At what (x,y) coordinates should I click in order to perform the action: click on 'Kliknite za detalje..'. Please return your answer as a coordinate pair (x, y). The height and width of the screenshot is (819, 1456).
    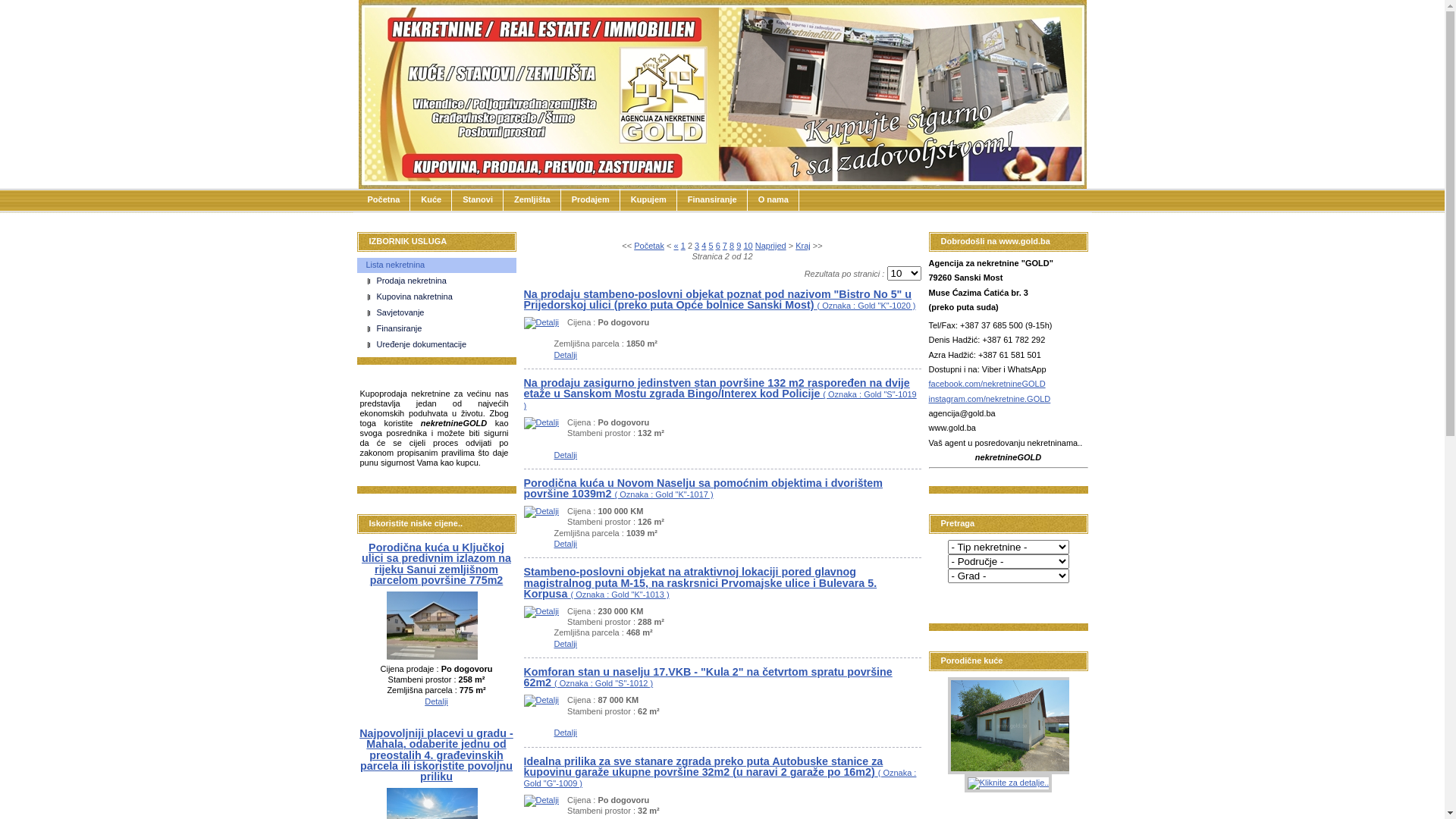
    Looking at the image, I should click on (946, 724).